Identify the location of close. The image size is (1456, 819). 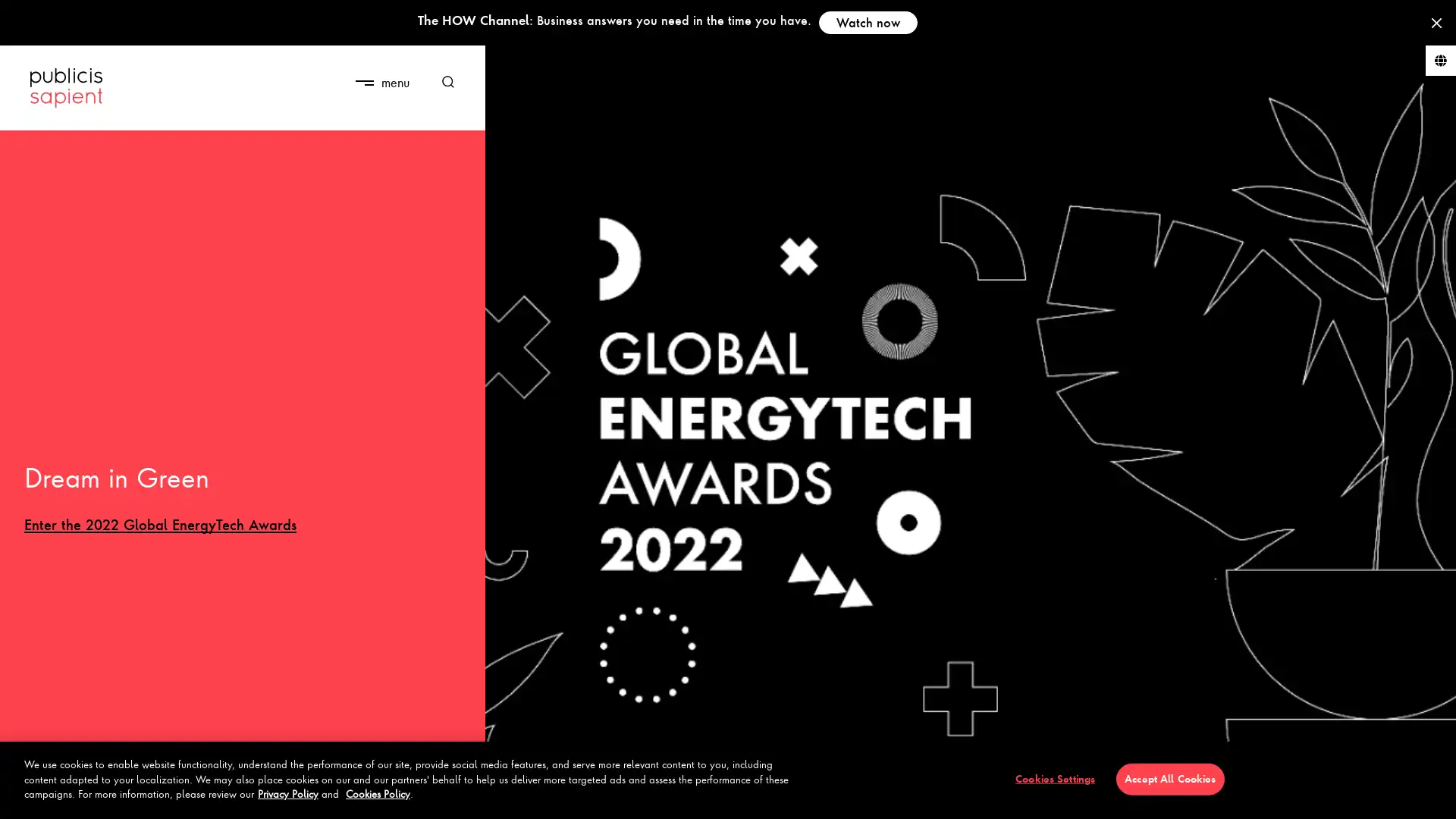
(425, 69).